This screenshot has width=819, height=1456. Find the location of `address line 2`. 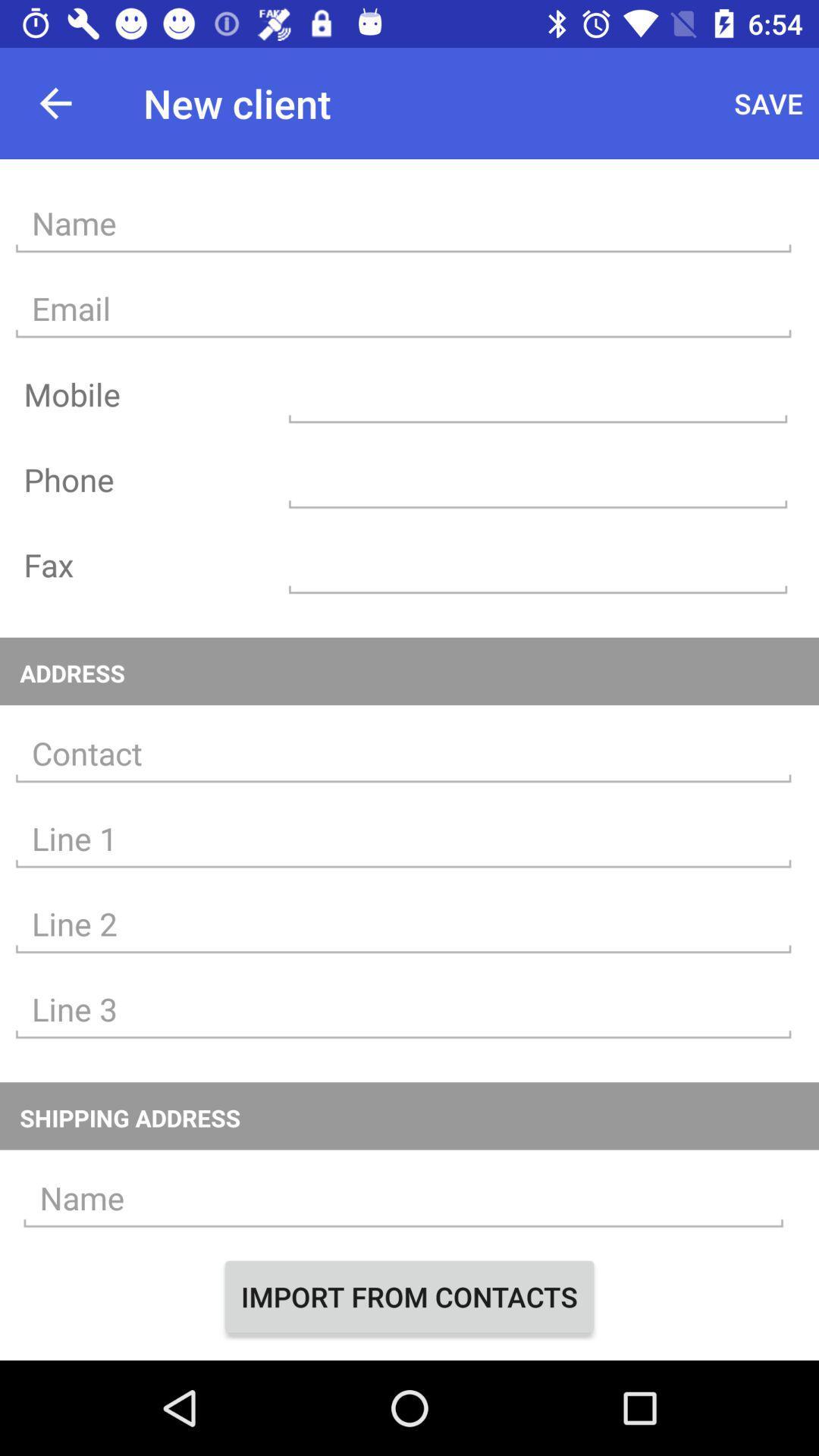

address line 2 is located at coordinates (403, 924).